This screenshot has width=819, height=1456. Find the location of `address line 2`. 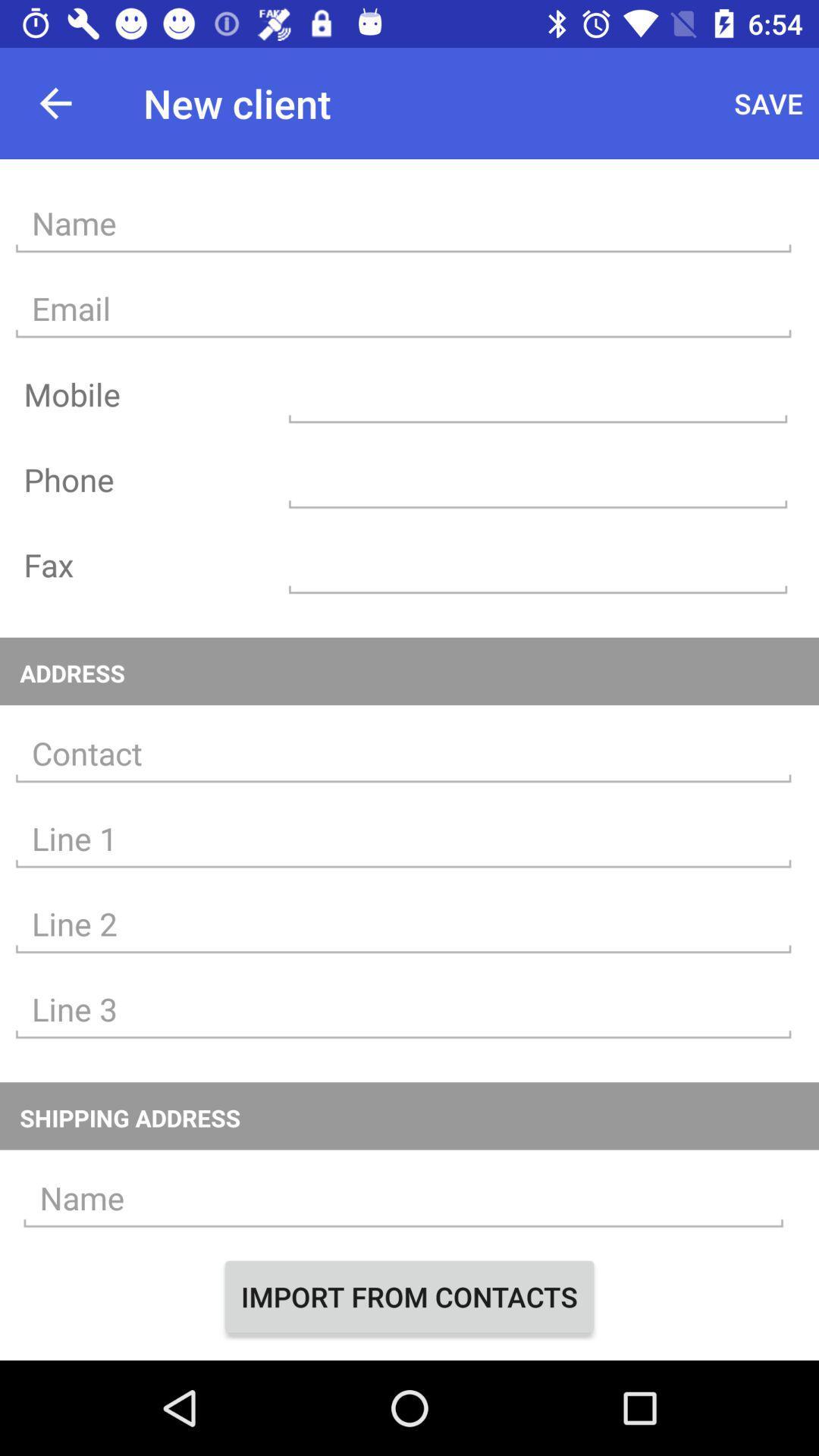

address line 2 is located at coordinates (403, 924).